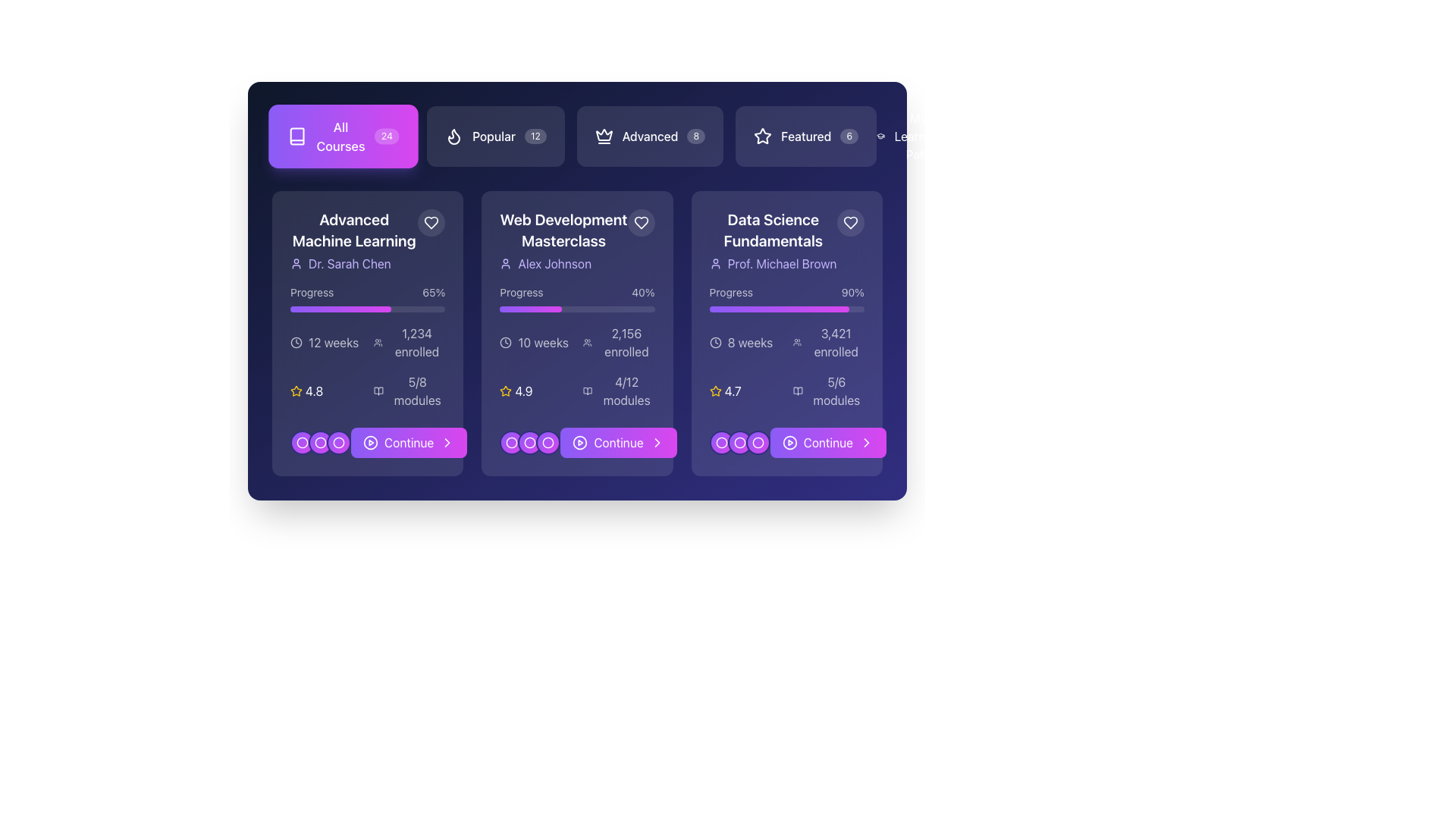 The height and width of the screenshot is (819, 1456). What do you see at coordinates (745, 342) in the screenshot?
I see `the non-interactive text label displaying the course duration '8 weeks' located in the 'Data Science Fundamentals' section, aligned with the '3,421 enrolled' text` at bounding box center [745, 342].